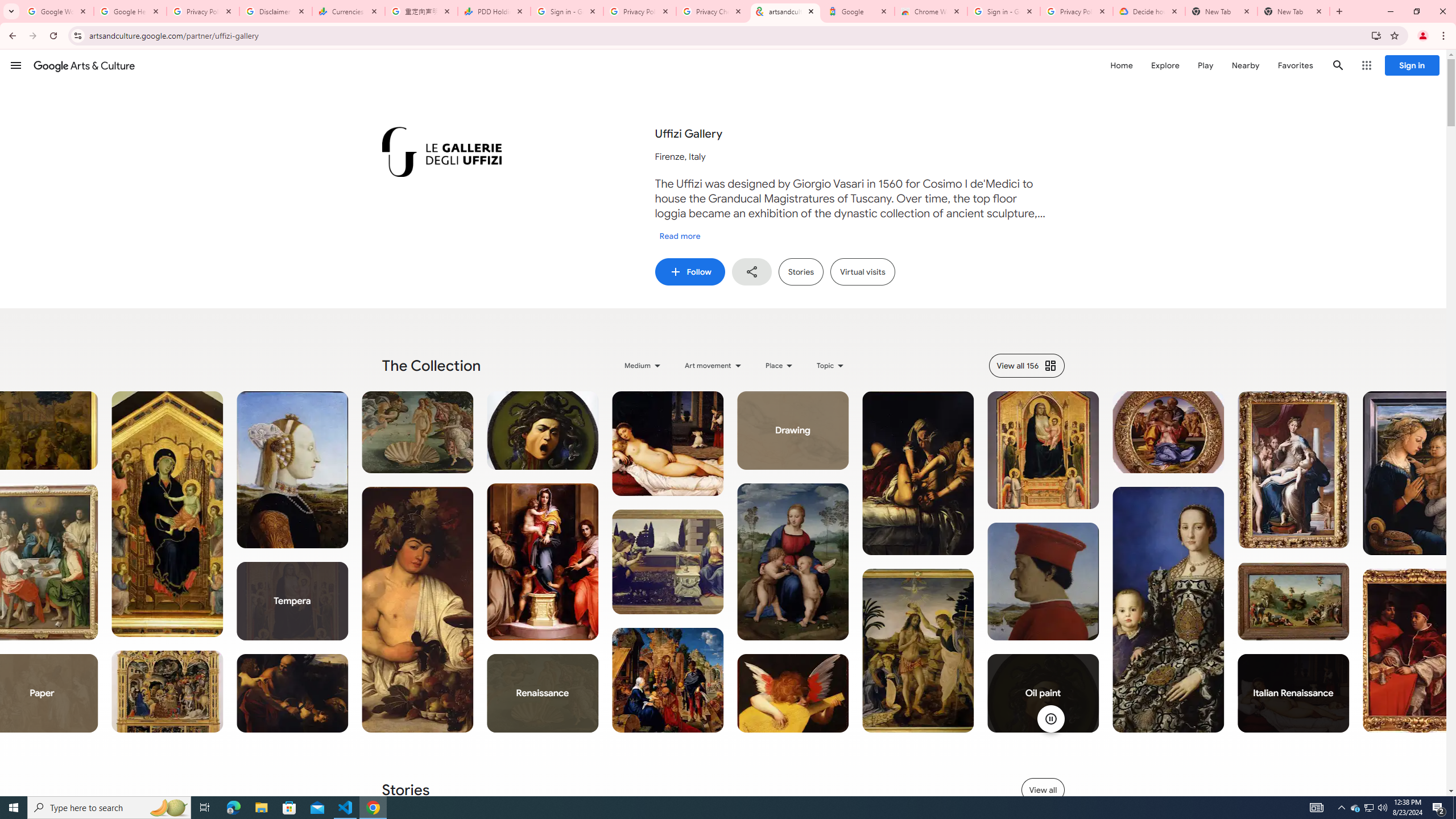 This screenshot has width=1456, height=819. Describe the element at coordinates (1294, 65) in the screenshot. I see `'Favorites'` at that location.